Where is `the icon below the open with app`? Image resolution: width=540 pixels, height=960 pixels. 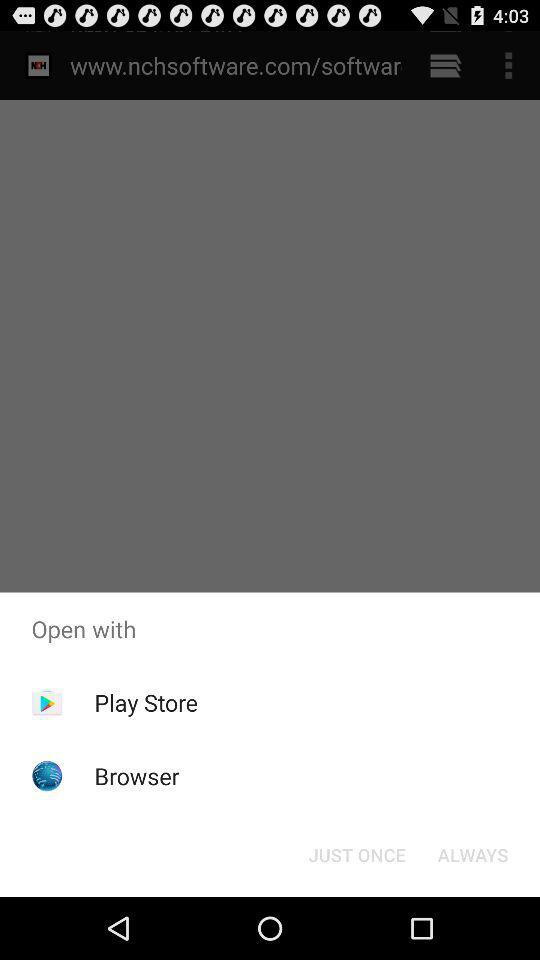 the icon below the open with app is located at coordinates (356, 853).